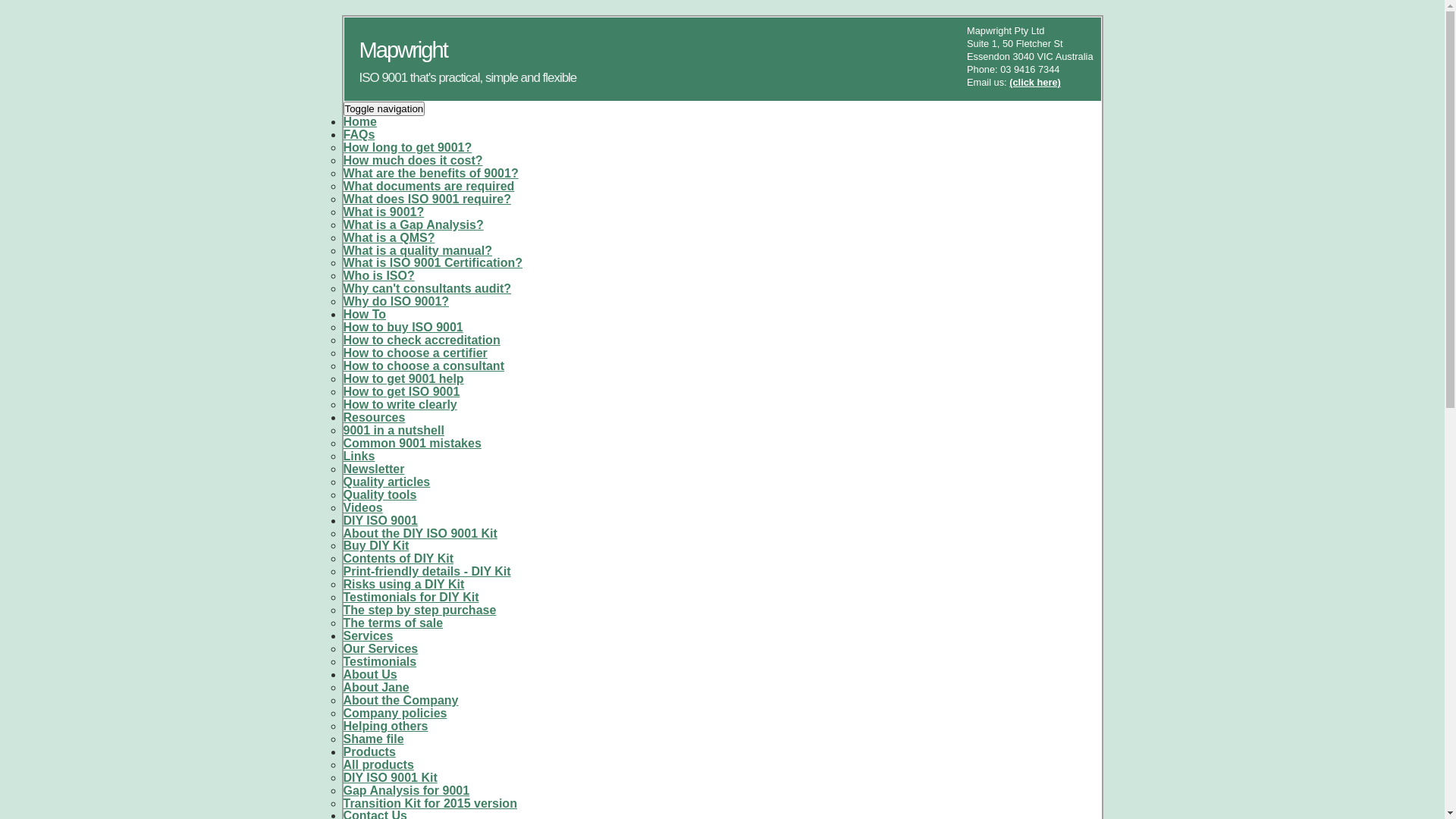  I want to click on 'How to write clearly', so click(400, 403).